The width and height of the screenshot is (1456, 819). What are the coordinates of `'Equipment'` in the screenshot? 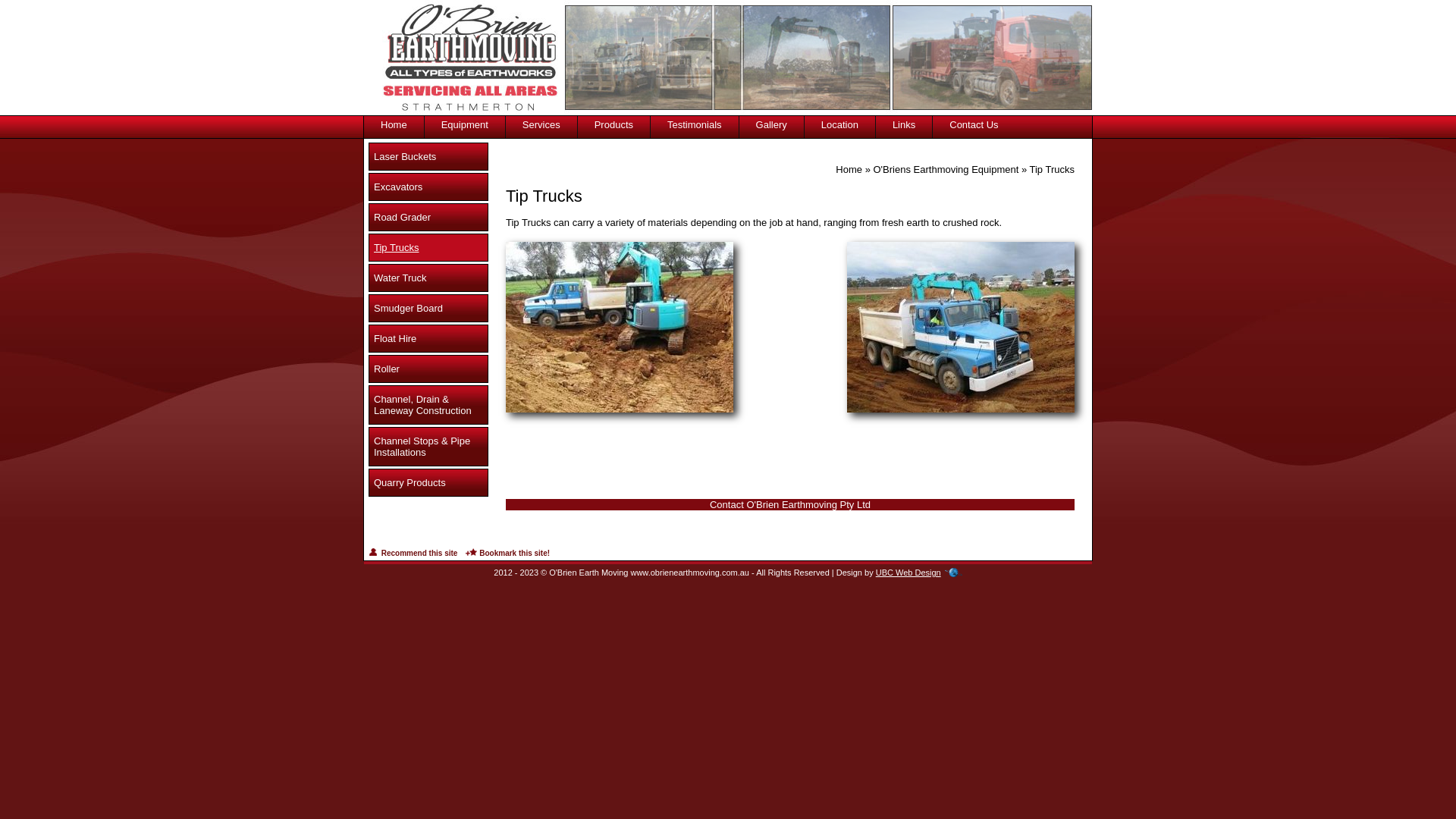 It's located at (464, 118).